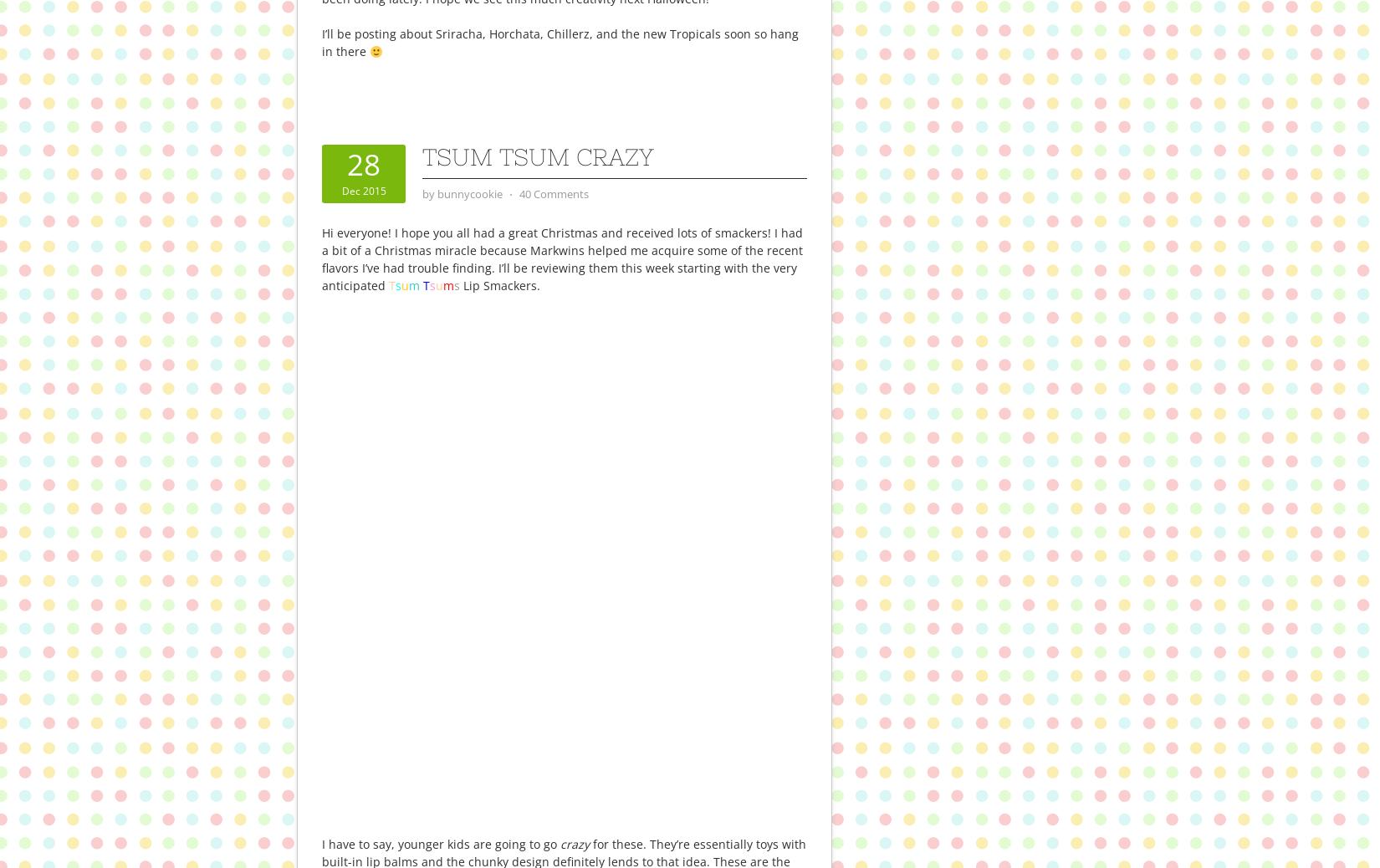 The height and width of the screenshot is (868, 1380). What do you see at coordinates (321, 843) in the screenshot?
I see `'I have to say, younger kids are going to go'` at bounding box center [321, 843].